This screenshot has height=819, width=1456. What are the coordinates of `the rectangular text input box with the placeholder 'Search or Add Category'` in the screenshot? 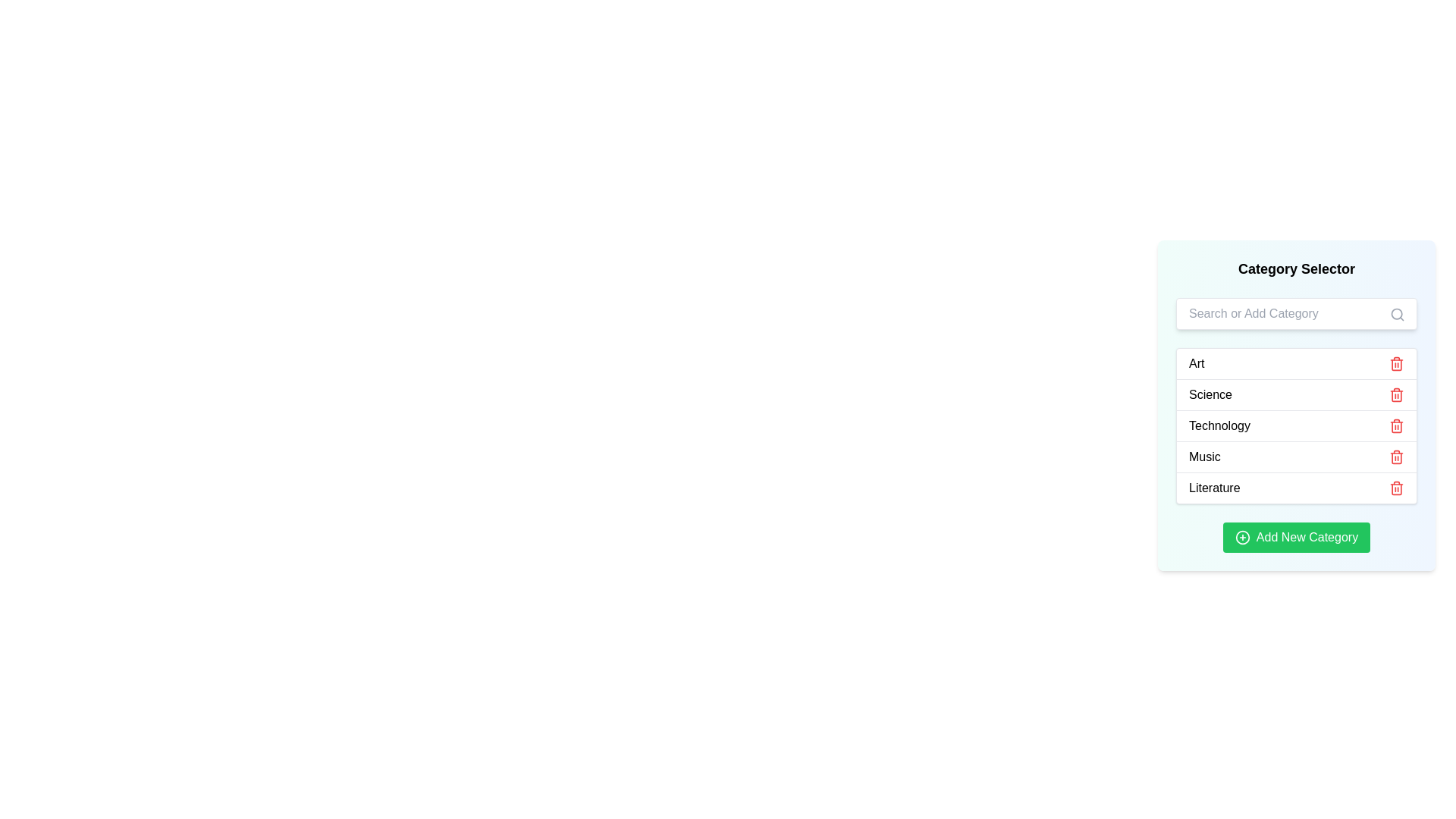 It's located at (1295, 312).